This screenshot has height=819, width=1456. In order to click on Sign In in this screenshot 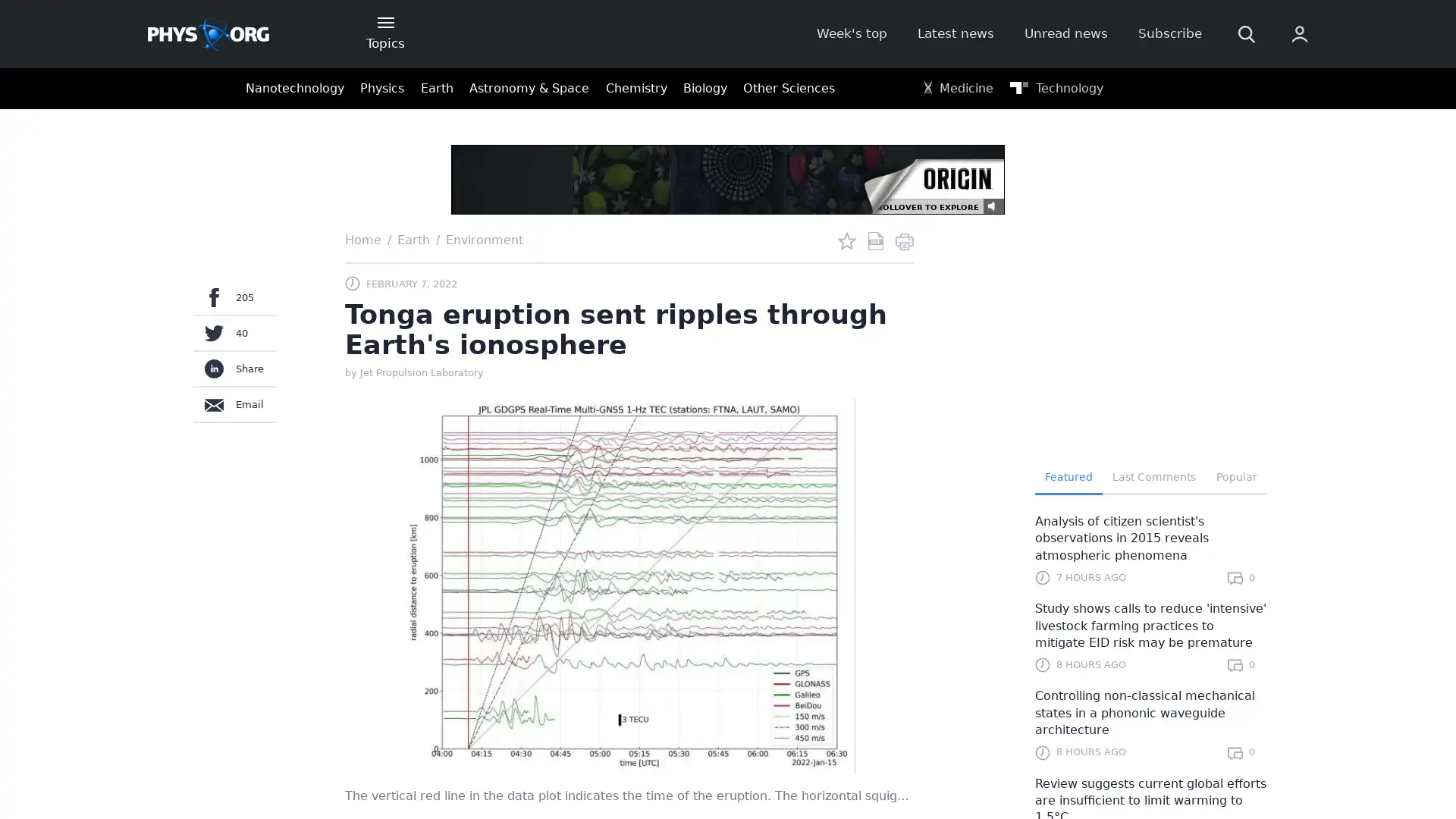, I will do `click(1112, 256)`.